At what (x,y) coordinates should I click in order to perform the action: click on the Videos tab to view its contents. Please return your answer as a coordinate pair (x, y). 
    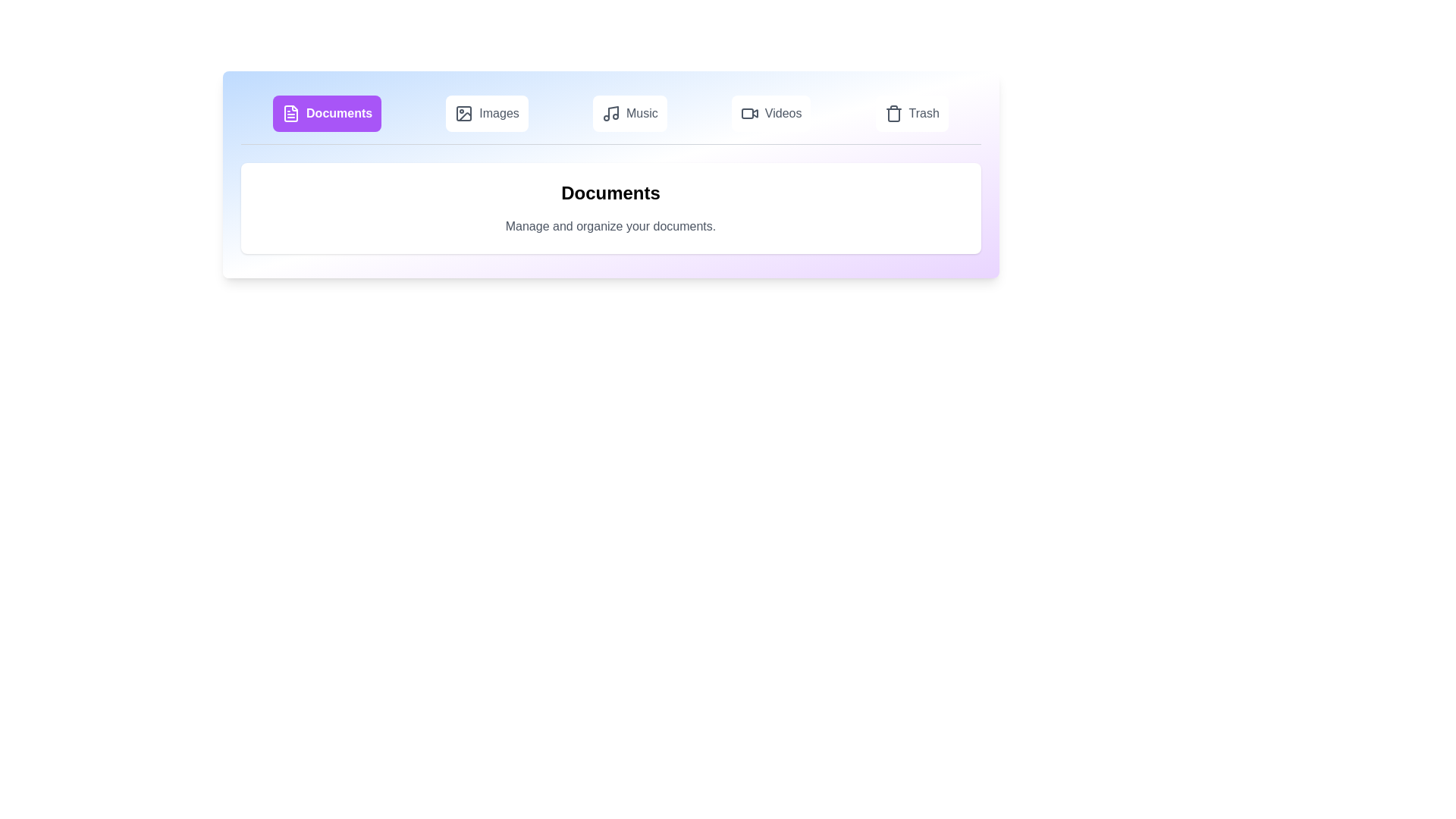
    Looking at the image, I should click on (771, 113).